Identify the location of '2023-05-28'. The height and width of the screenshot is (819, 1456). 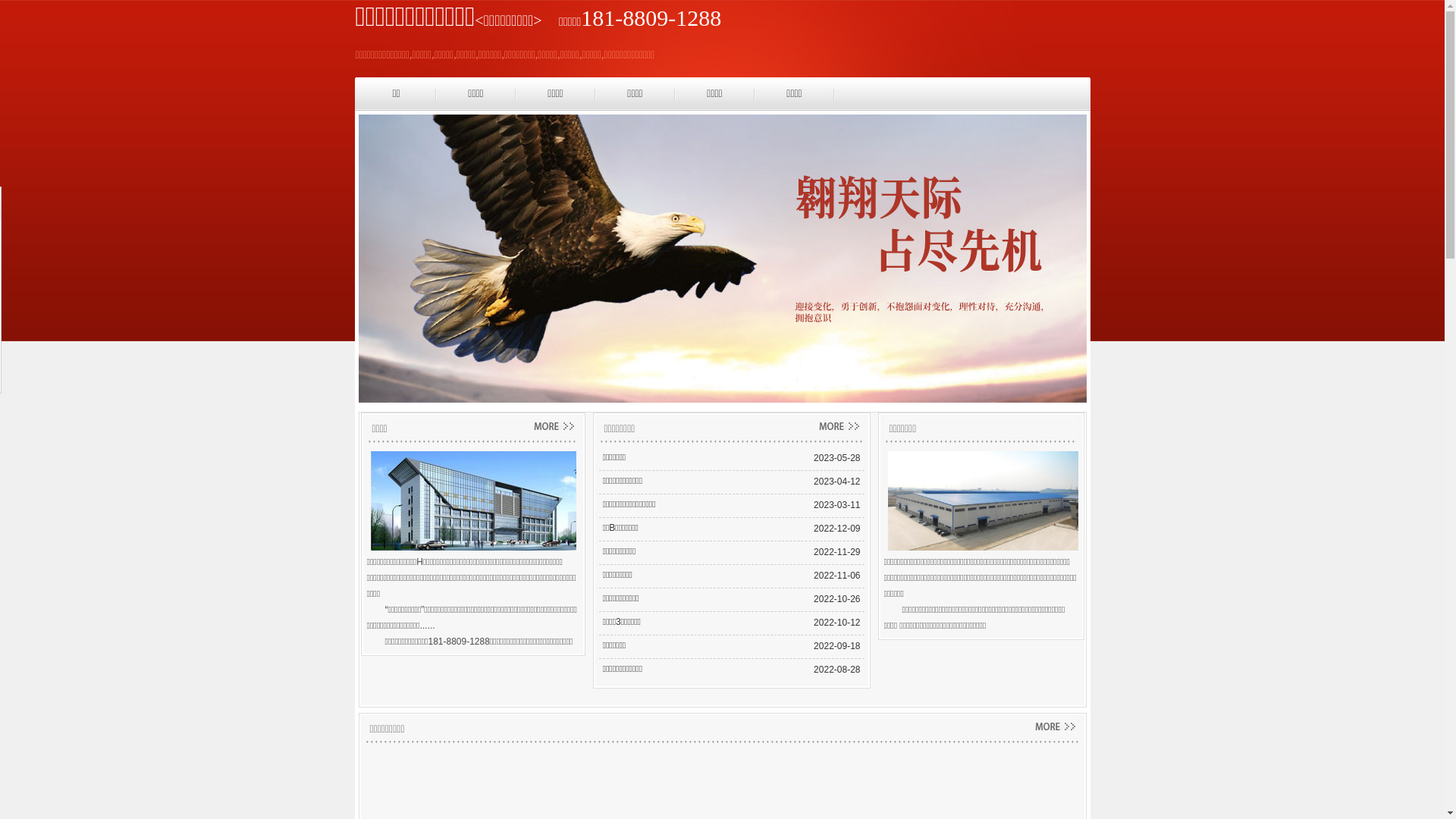
(836, 457).